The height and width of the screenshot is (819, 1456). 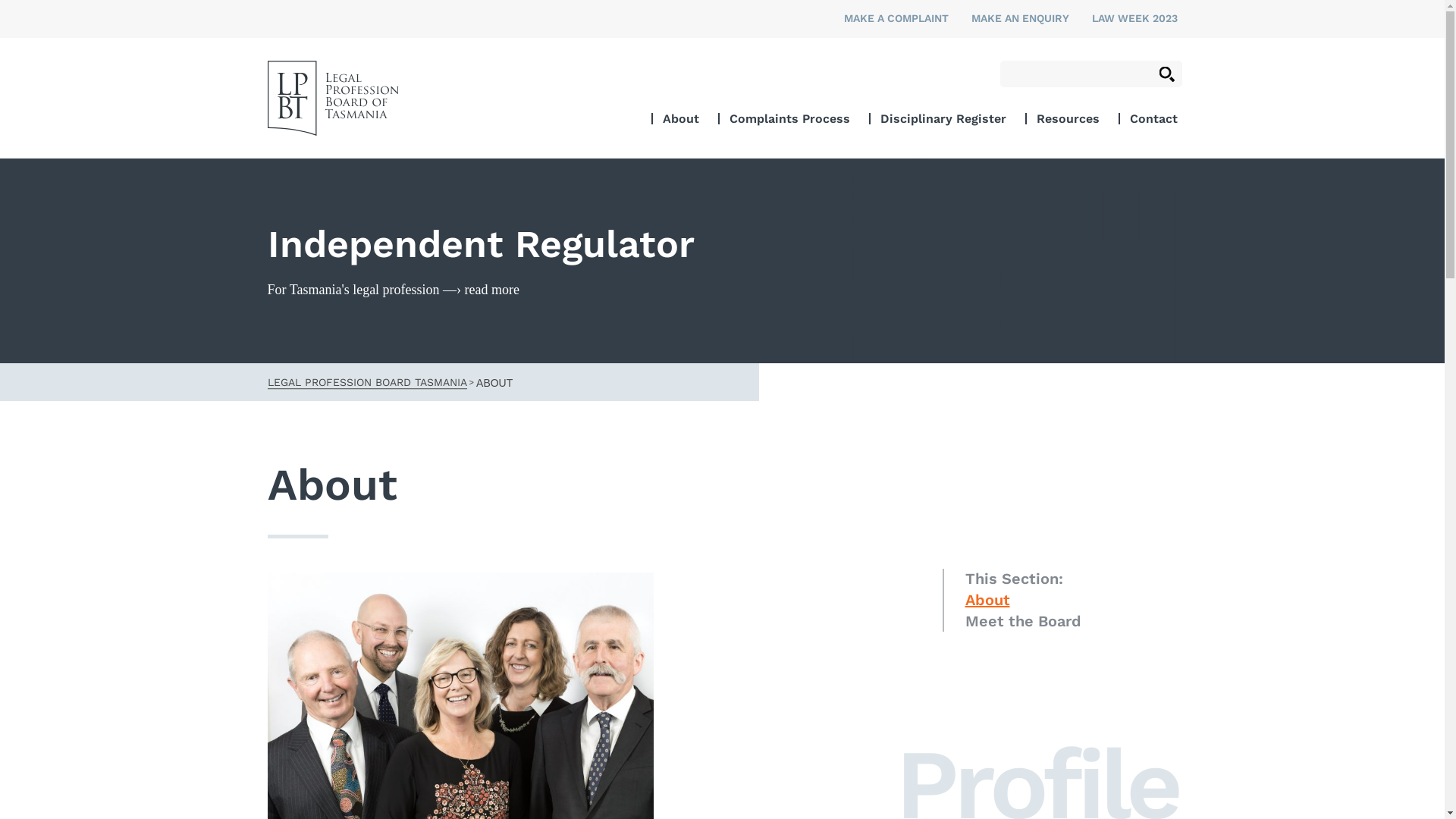 What do you see at coordinates (942, 118) in the screenshot?
I see `'Disciplinary Register'` at bounding box center [942, 118].